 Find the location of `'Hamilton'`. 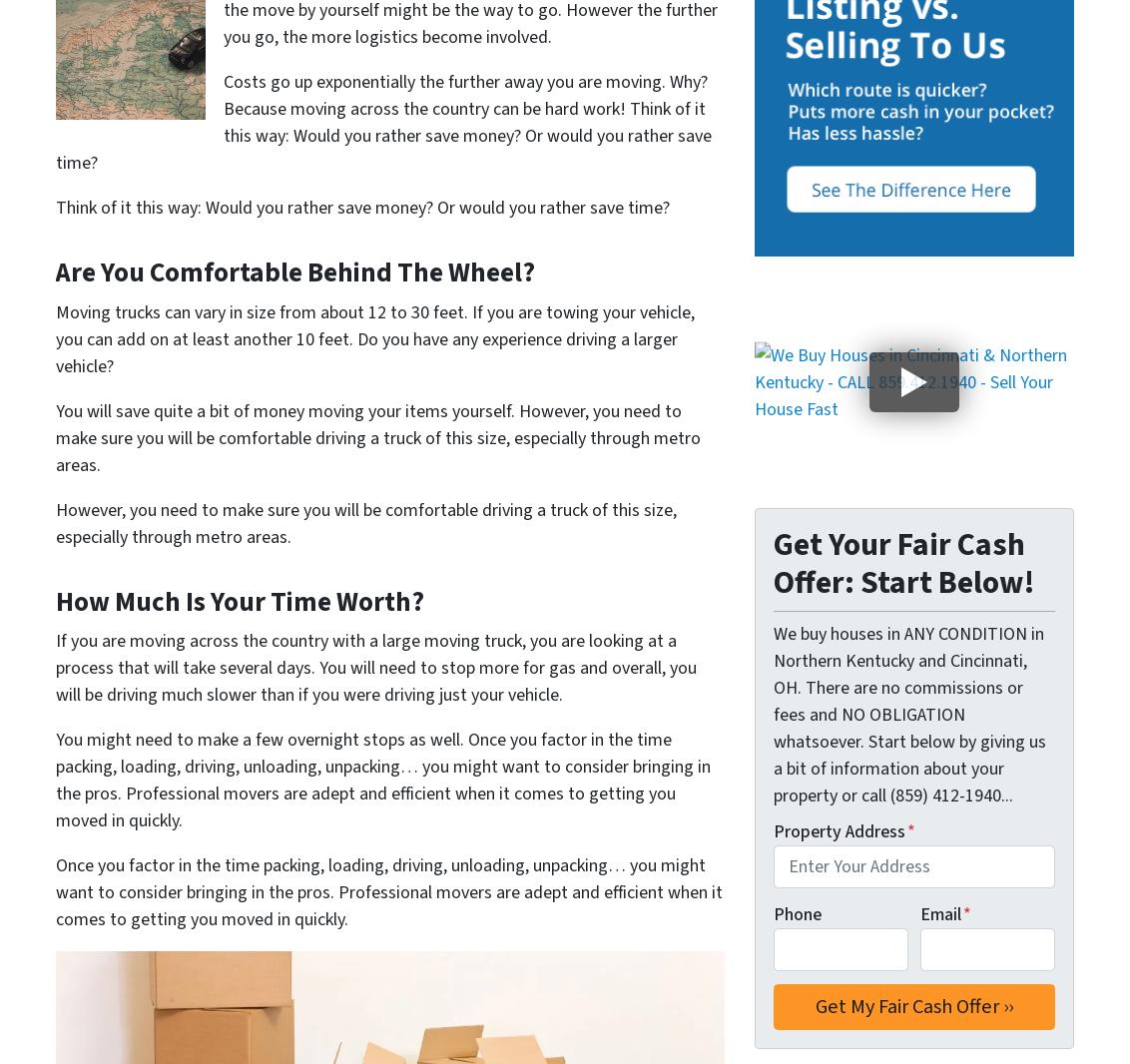

'Hamilton' is located at coordinates (881, 231).